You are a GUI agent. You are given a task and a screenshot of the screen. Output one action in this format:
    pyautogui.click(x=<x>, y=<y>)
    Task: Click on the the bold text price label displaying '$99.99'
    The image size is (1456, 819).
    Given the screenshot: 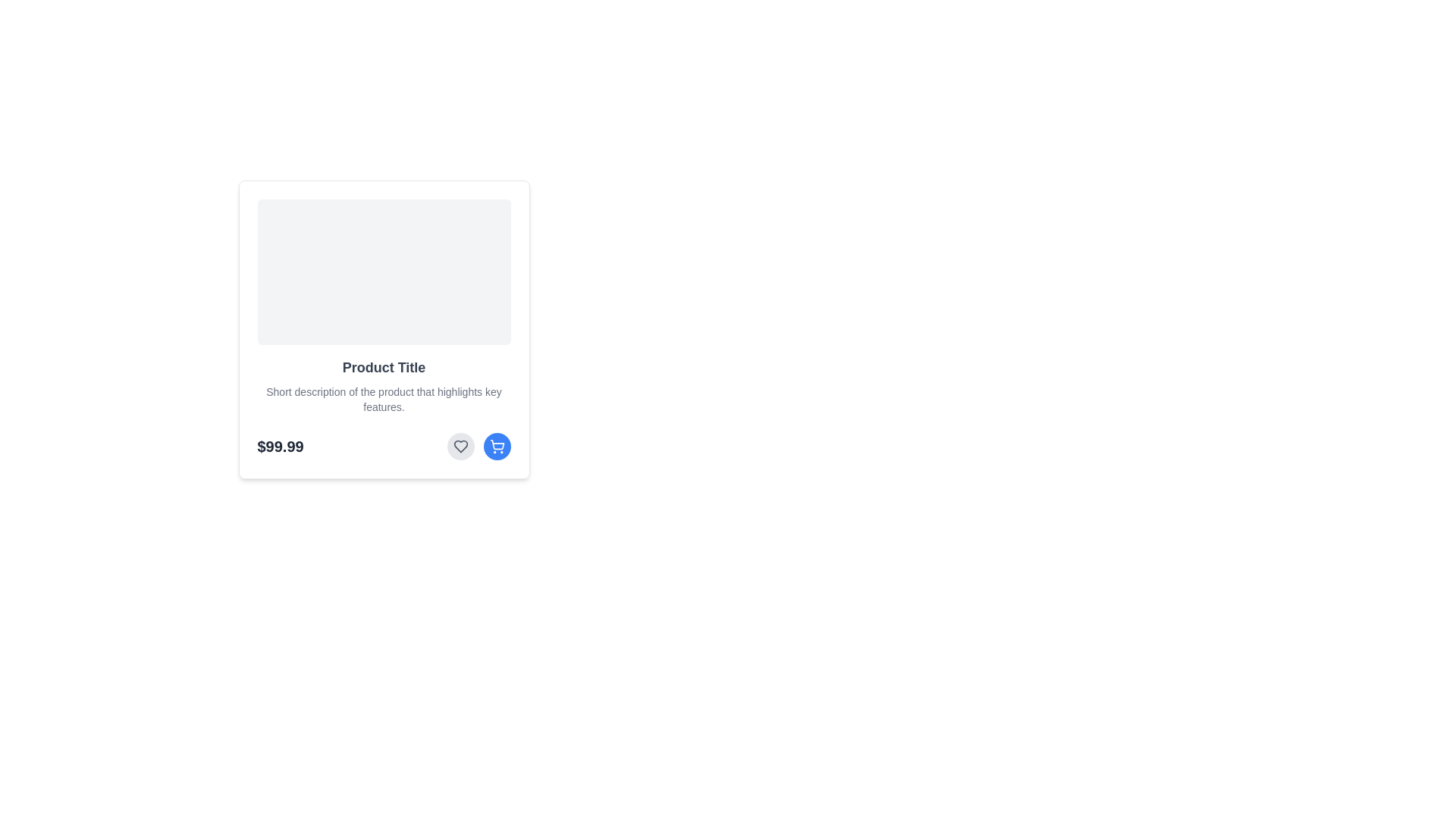 What is the action you would take?
    pyautogui.click(x=281, y=446)
    